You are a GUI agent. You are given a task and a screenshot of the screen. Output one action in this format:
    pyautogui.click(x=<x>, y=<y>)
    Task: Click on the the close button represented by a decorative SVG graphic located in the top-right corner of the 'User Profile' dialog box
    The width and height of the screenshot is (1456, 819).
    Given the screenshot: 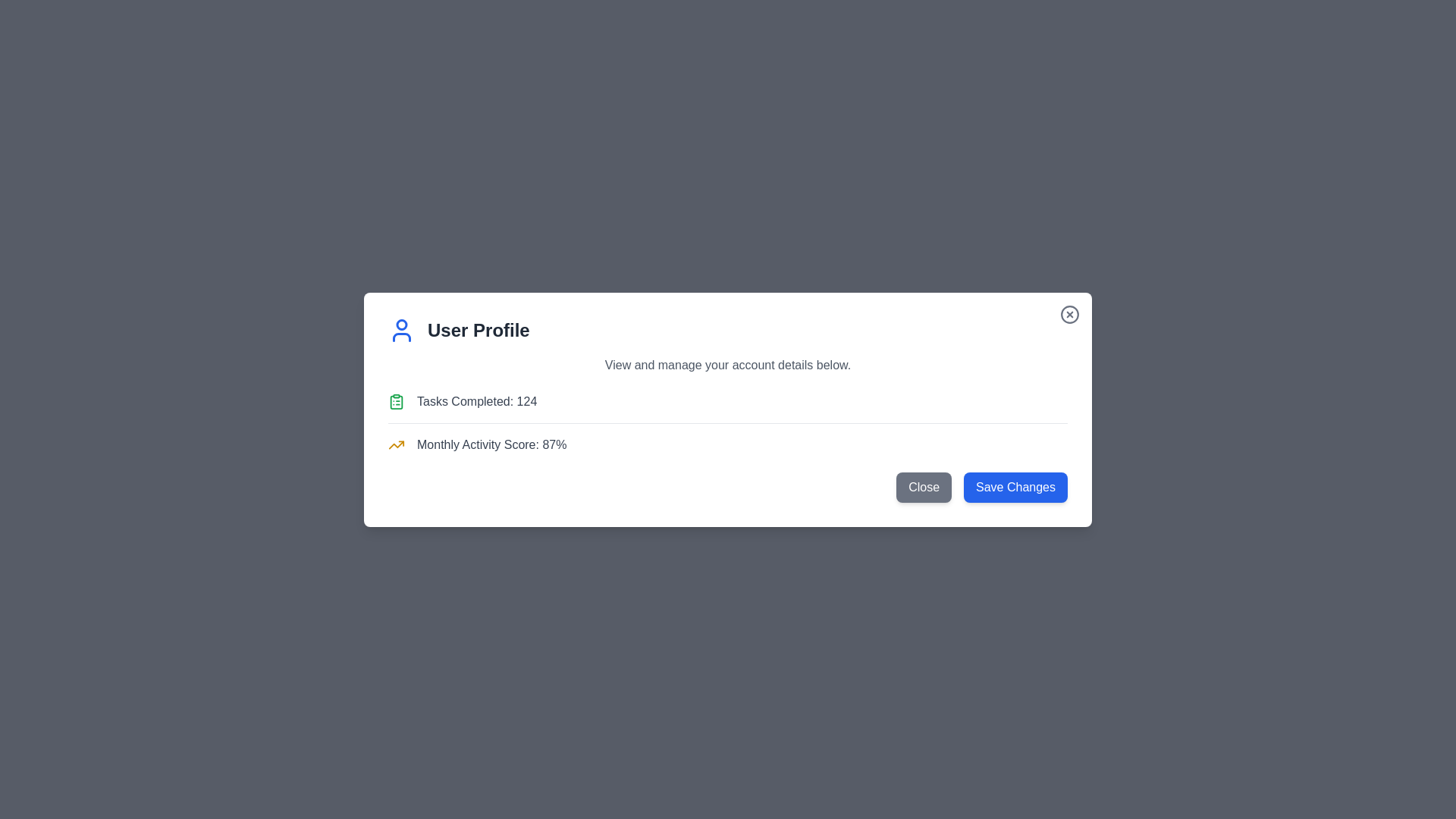 What is the action you would take?
    pyautogui.click(x=1069, y=313)
    